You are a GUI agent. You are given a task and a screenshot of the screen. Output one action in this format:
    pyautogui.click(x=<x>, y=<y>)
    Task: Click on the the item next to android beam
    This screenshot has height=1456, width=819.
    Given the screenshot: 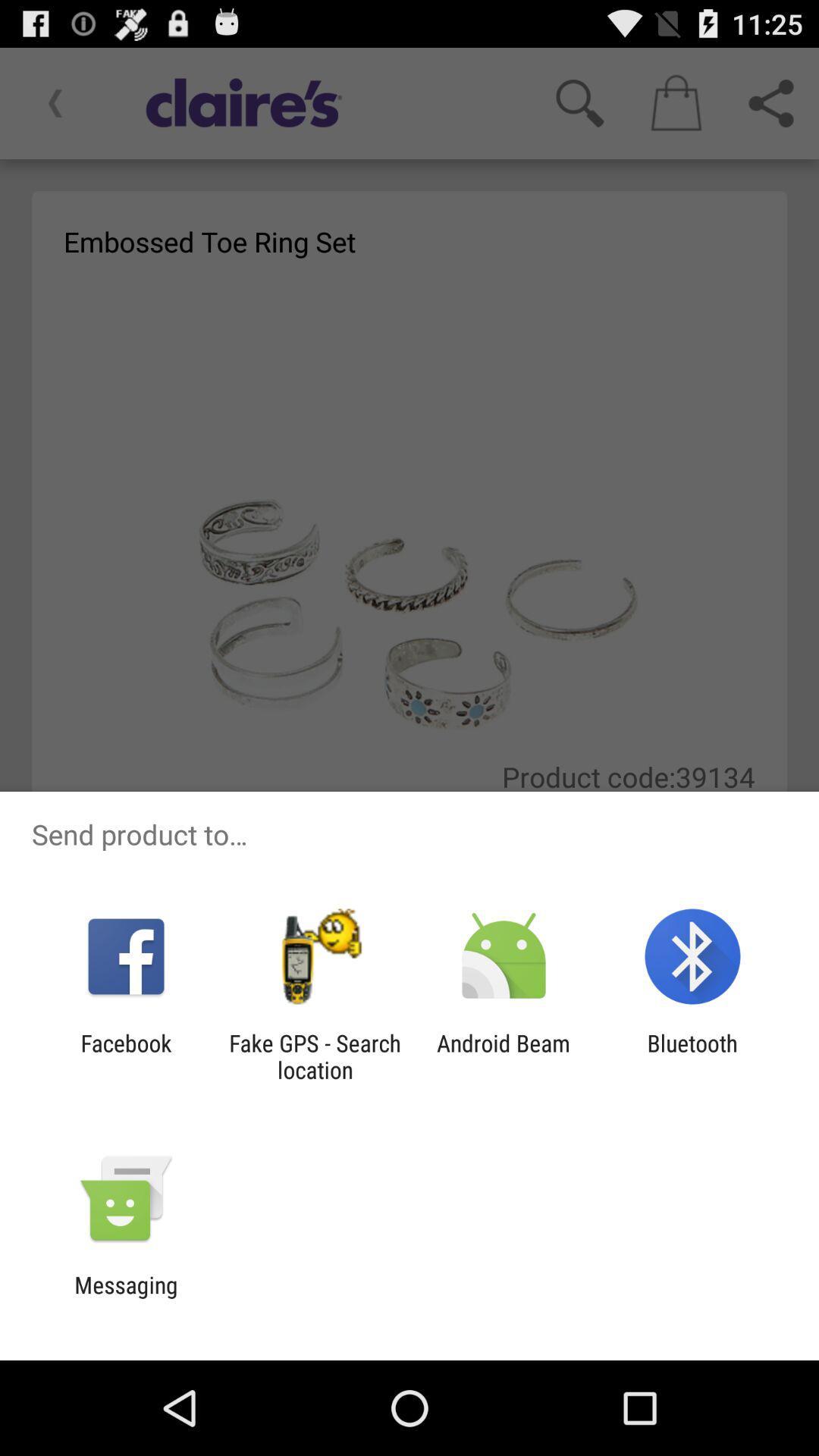 What is the action you would take?
    pyautogui.click(x=314, y=1056)
    